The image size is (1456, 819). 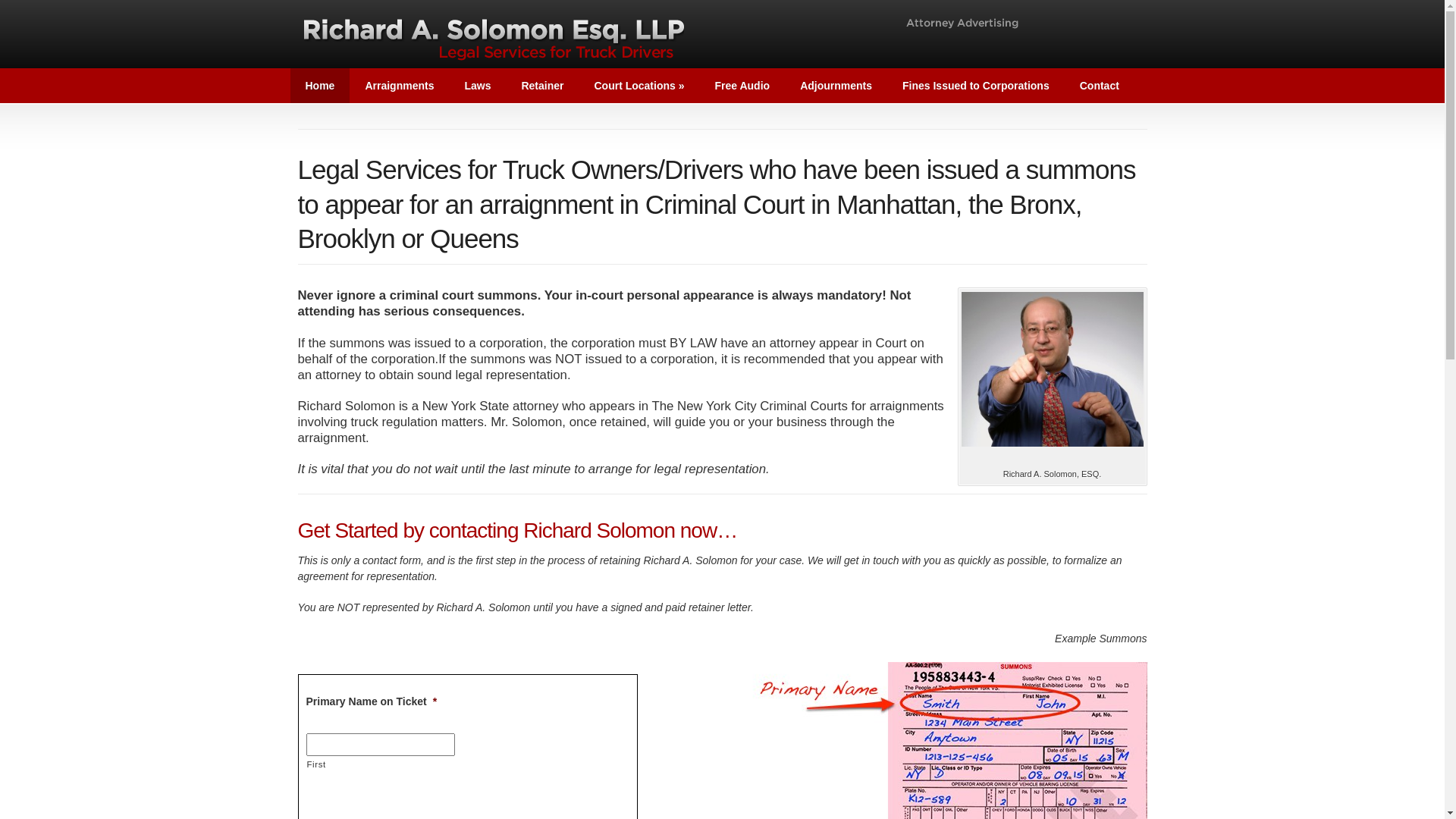 What do you see at coordinates (1063, 85) in the screenshot?
I see `'Contact'` at bounding box center [1063, 85].